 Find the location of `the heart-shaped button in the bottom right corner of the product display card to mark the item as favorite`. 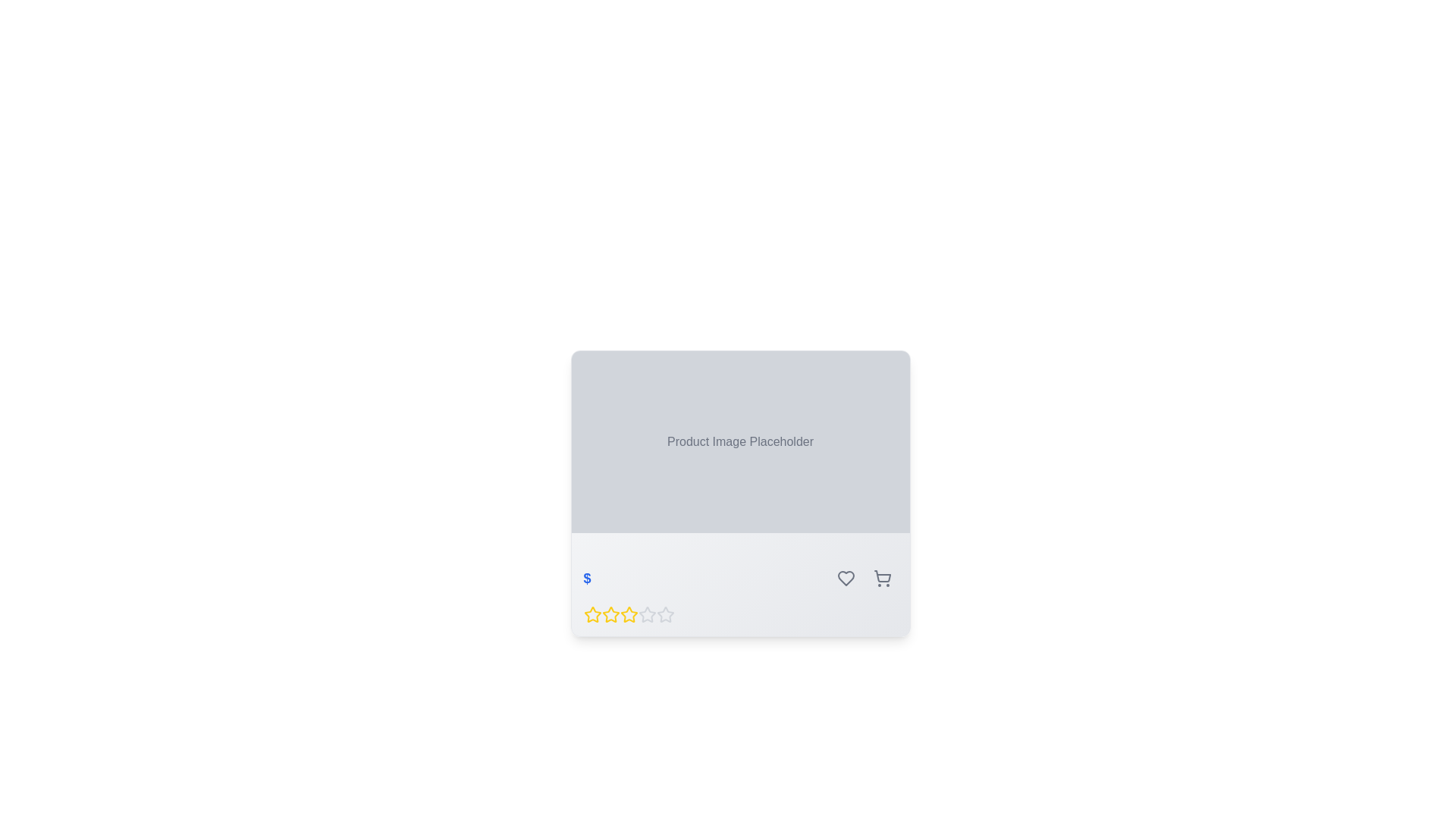

the heart-shaped button in the bottom right corner of the product display card to mark the item as favorite is located at coordinates (864, 579).